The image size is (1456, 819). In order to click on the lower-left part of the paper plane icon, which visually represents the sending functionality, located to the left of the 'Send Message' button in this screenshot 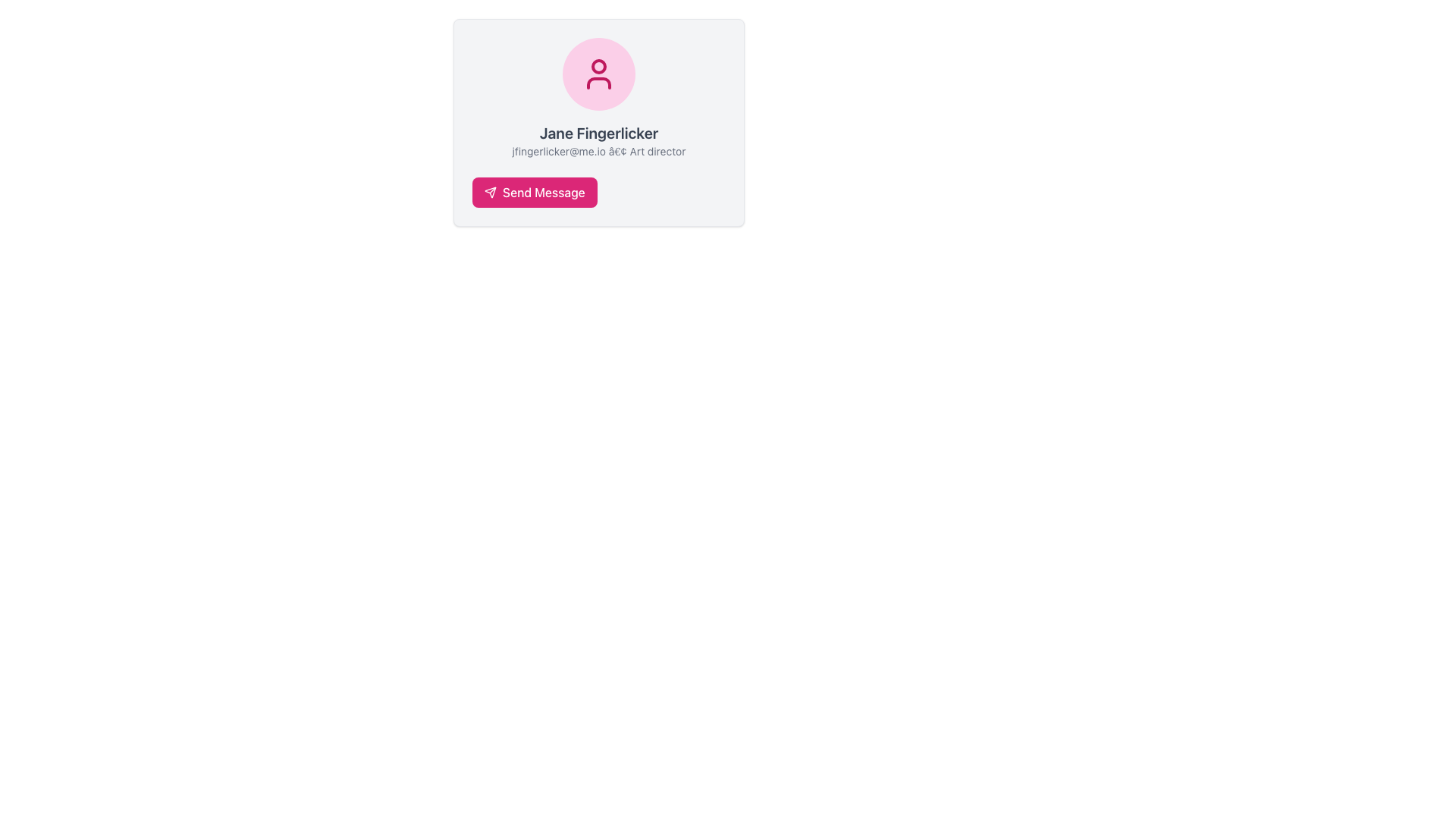, I will do `click(491, 192)`.